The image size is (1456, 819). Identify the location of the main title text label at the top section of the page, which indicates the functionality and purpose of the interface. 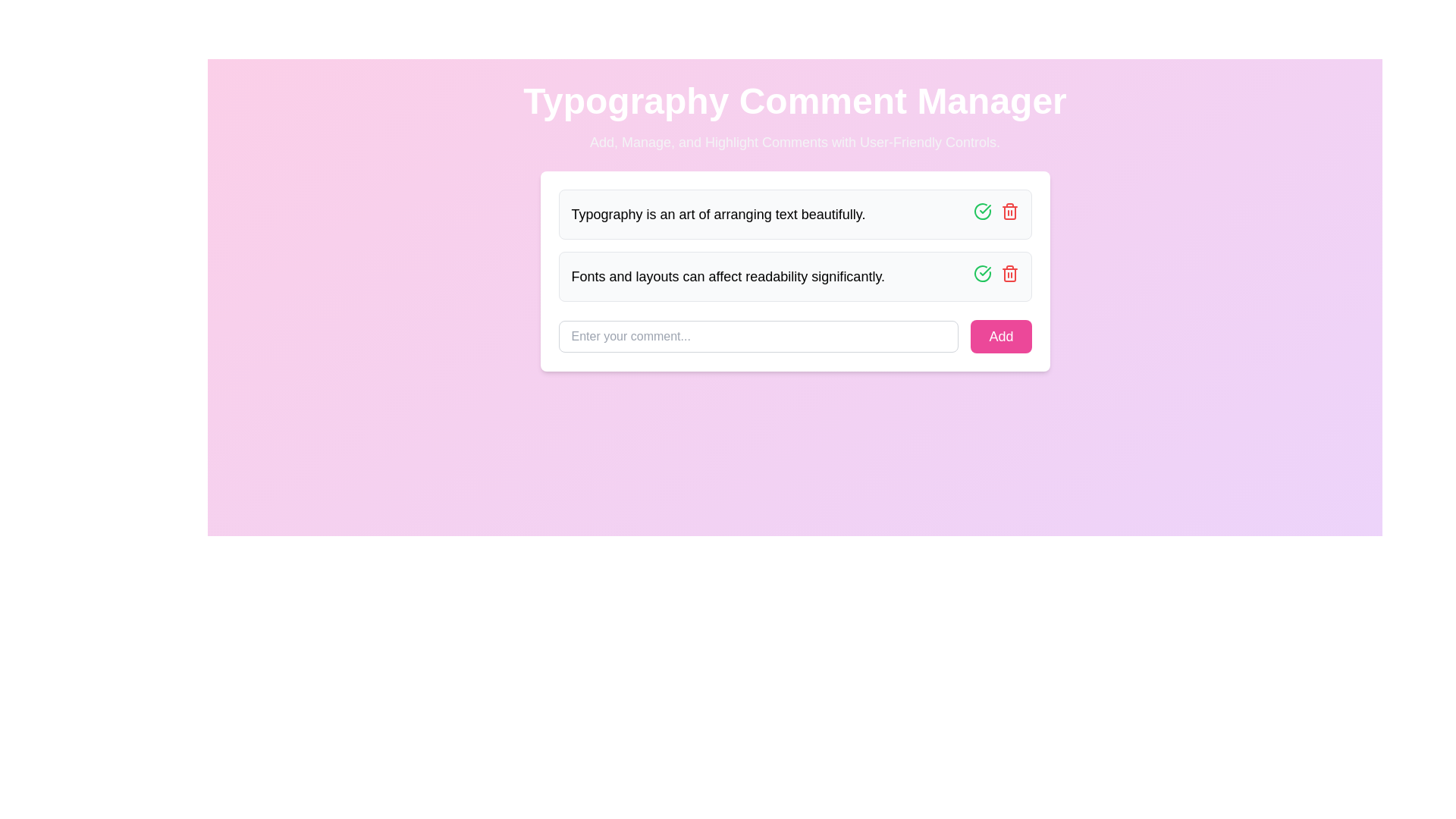
(794, 102).